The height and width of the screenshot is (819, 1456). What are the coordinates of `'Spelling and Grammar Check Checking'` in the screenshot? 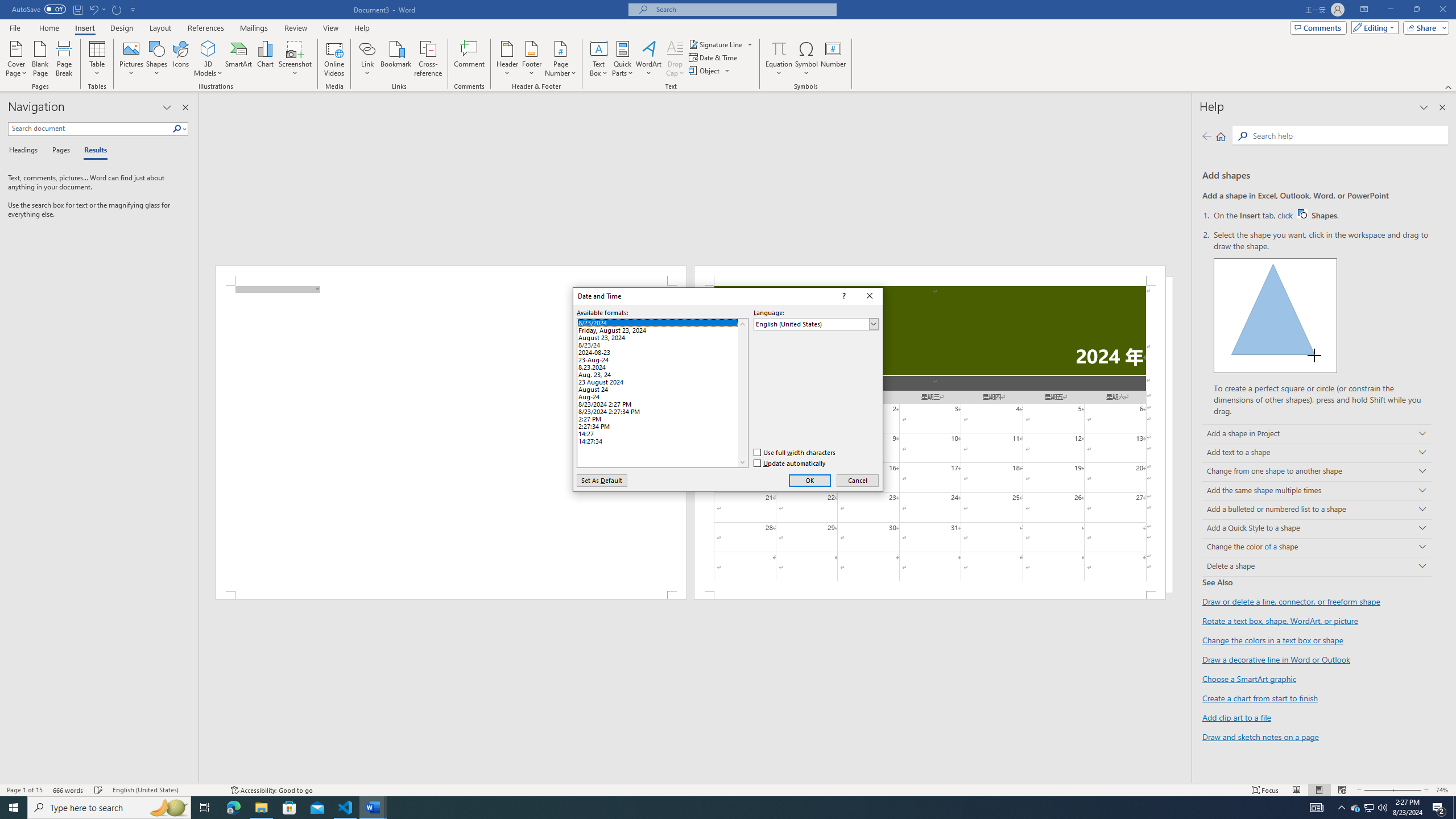 It's located at (99, 790).